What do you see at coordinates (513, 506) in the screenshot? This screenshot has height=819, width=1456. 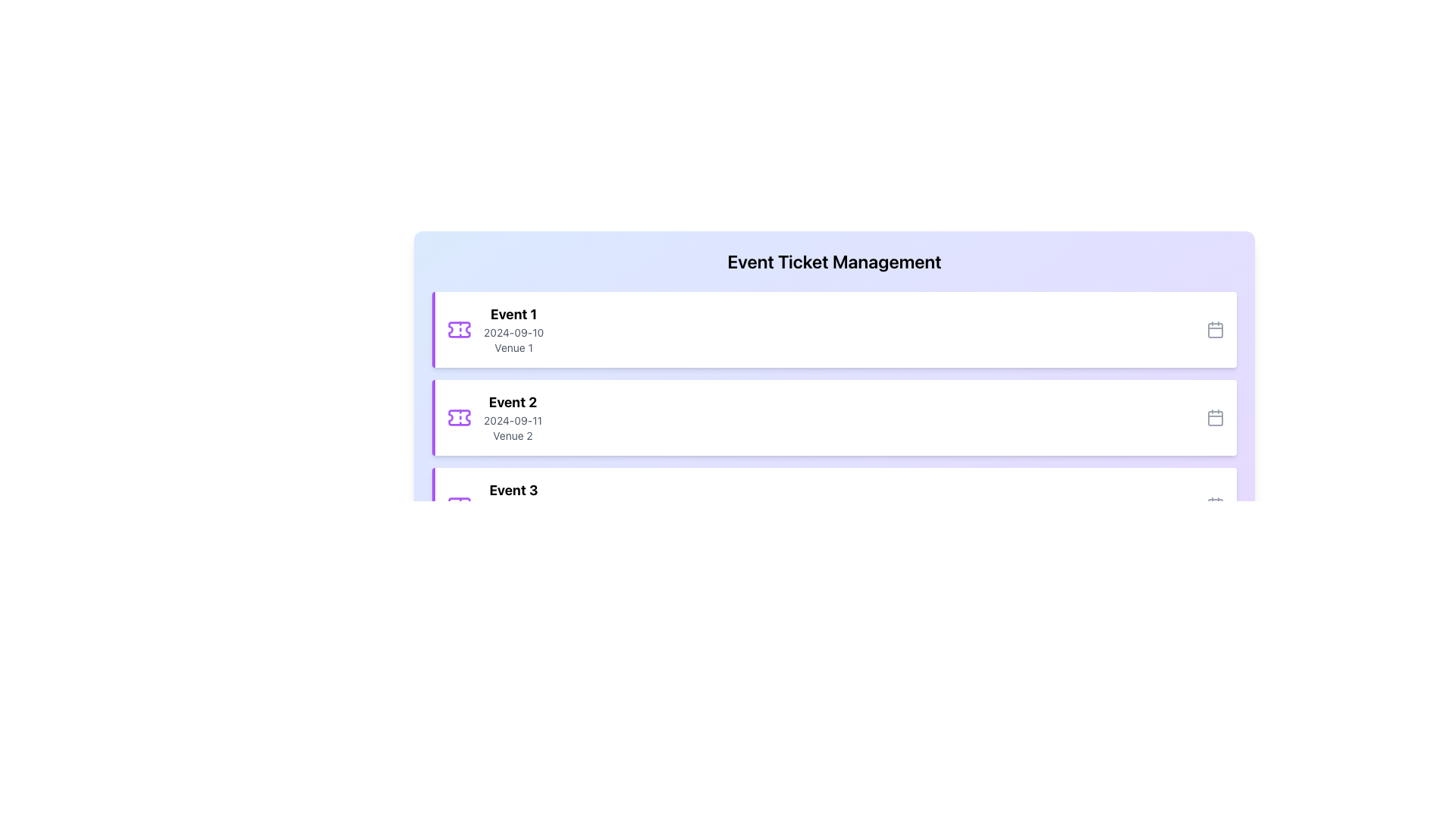 I see `information displayed in the static informational display for 'Event 3', which includes the title, date, and venue` at bounding box center [513, 506].